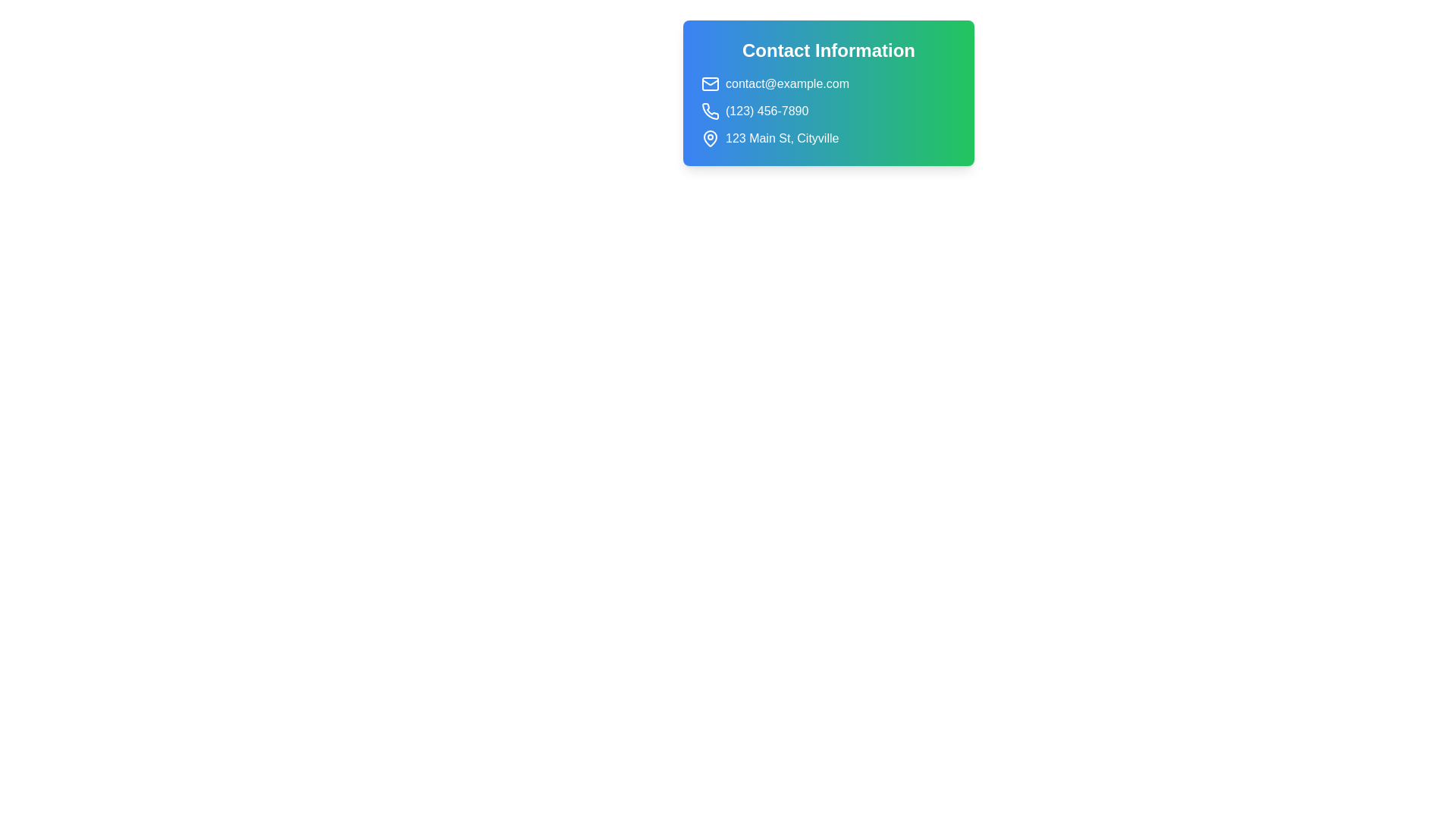 This screenshot has width=1456, height=819. Describe the element at coordinates (709, 138) in the screenshot. I see `the map pin icon located to the left of the address '123 Main St, Cityville' in the vertical list of contact details` at that location.